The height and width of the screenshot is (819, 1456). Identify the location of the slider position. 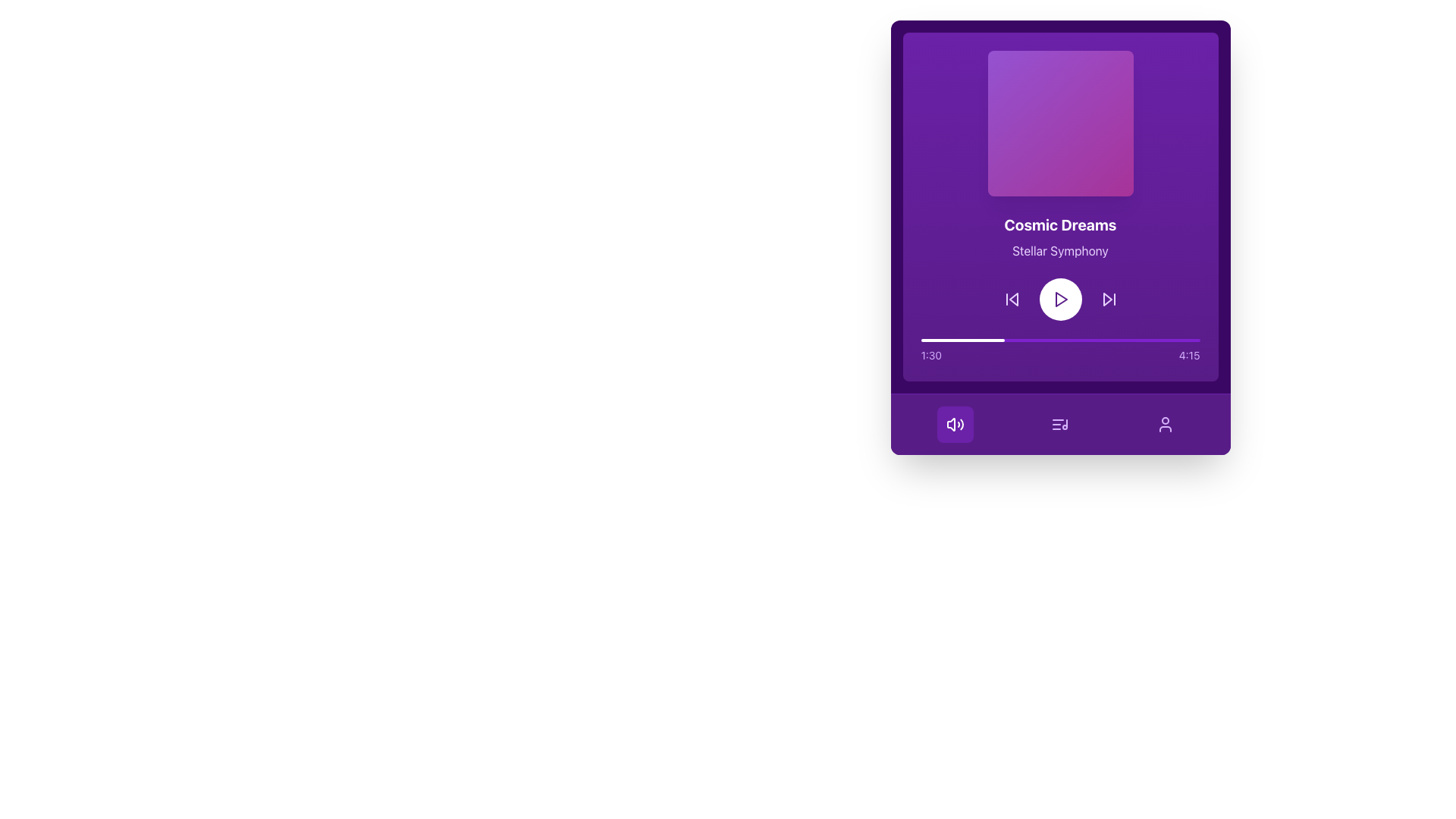
(986, 339).